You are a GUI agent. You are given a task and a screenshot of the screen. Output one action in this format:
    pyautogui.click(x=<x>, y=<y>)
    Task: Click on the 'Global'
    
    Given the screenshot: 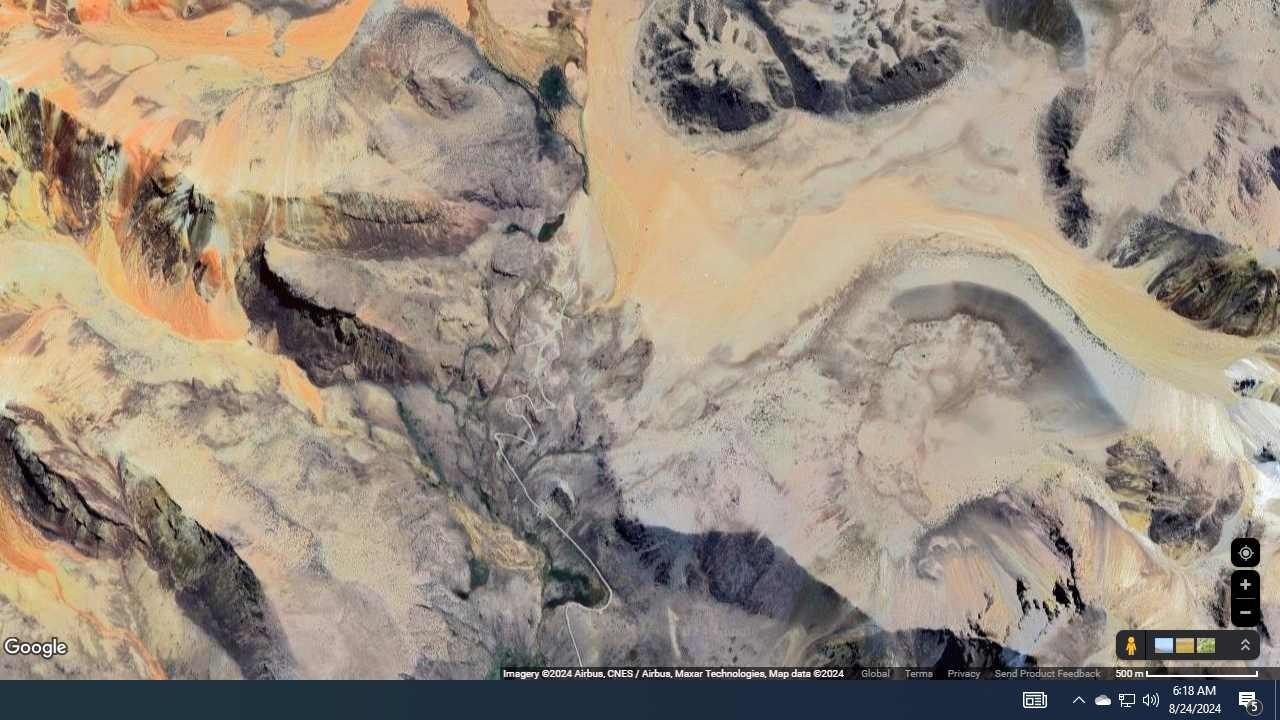 What is the action you would take?
    pyautogui.click(x=875, y=673)
    